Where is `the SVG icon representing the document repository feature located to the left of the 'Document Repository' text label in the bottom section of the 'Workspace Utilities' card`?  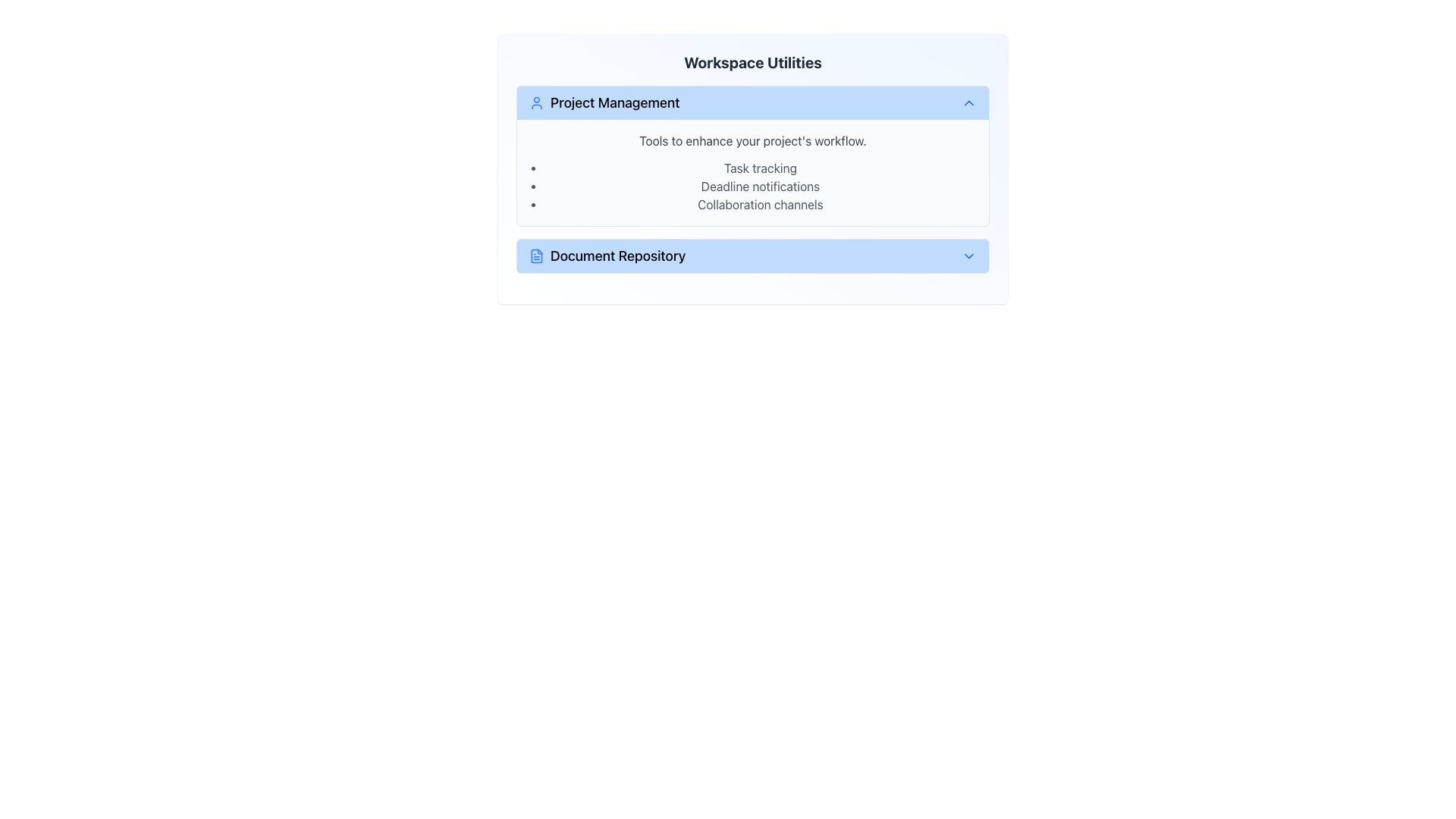
the SVG icon representing the document repository feature located to the left of the 'Document Repository' text label in the bottom section of the 'Workspace Utilities' card is located at coordinates (537, 256).